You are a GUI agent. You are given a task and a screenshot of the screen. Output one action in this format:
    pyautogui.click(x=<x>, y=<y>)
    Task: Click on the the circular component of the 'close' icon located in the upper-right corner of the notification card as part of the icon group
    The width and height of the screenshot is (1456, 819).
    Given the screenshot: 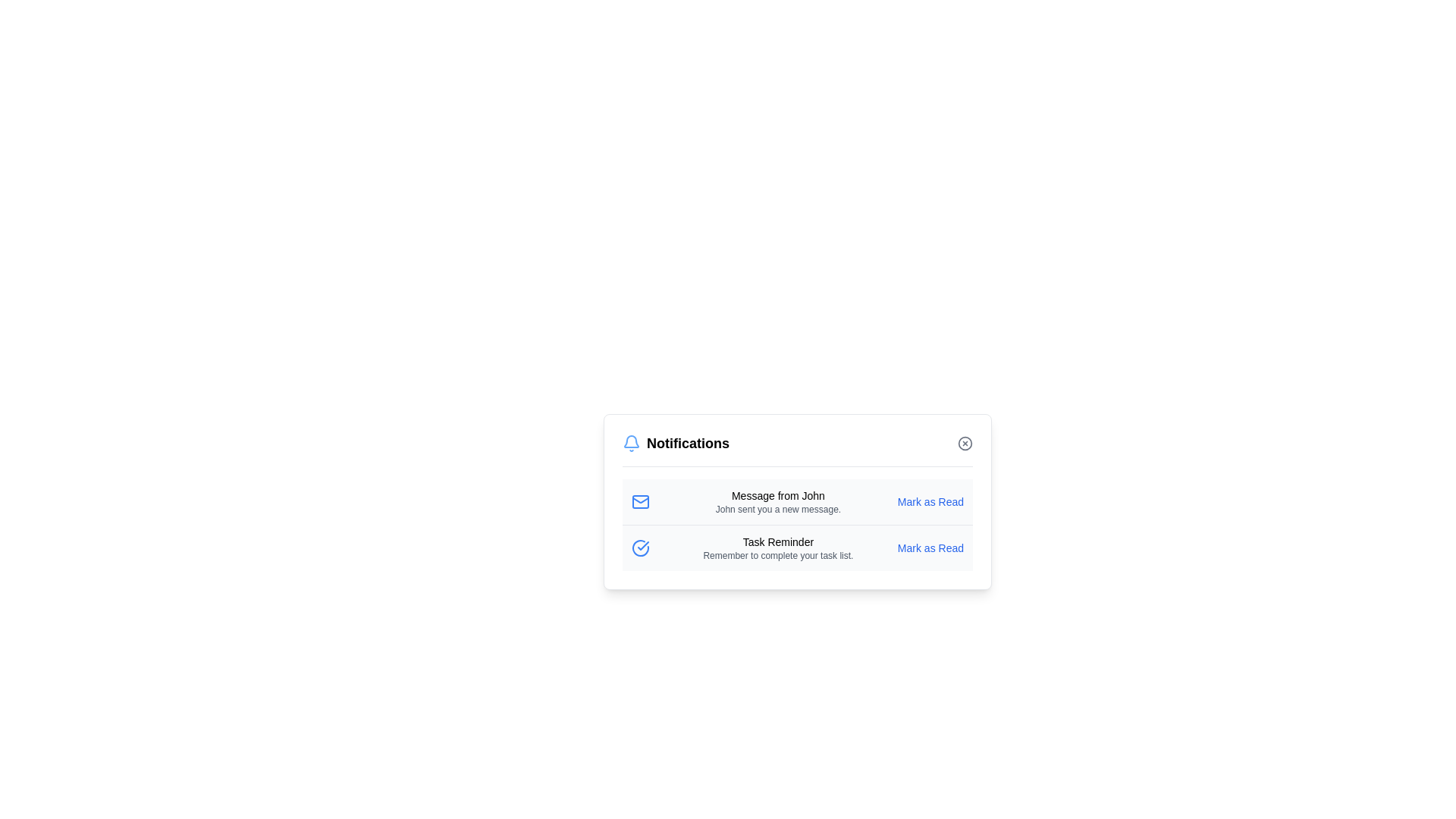 What is the action you would take?
    pyautogui.click(x=964, y=444)
    